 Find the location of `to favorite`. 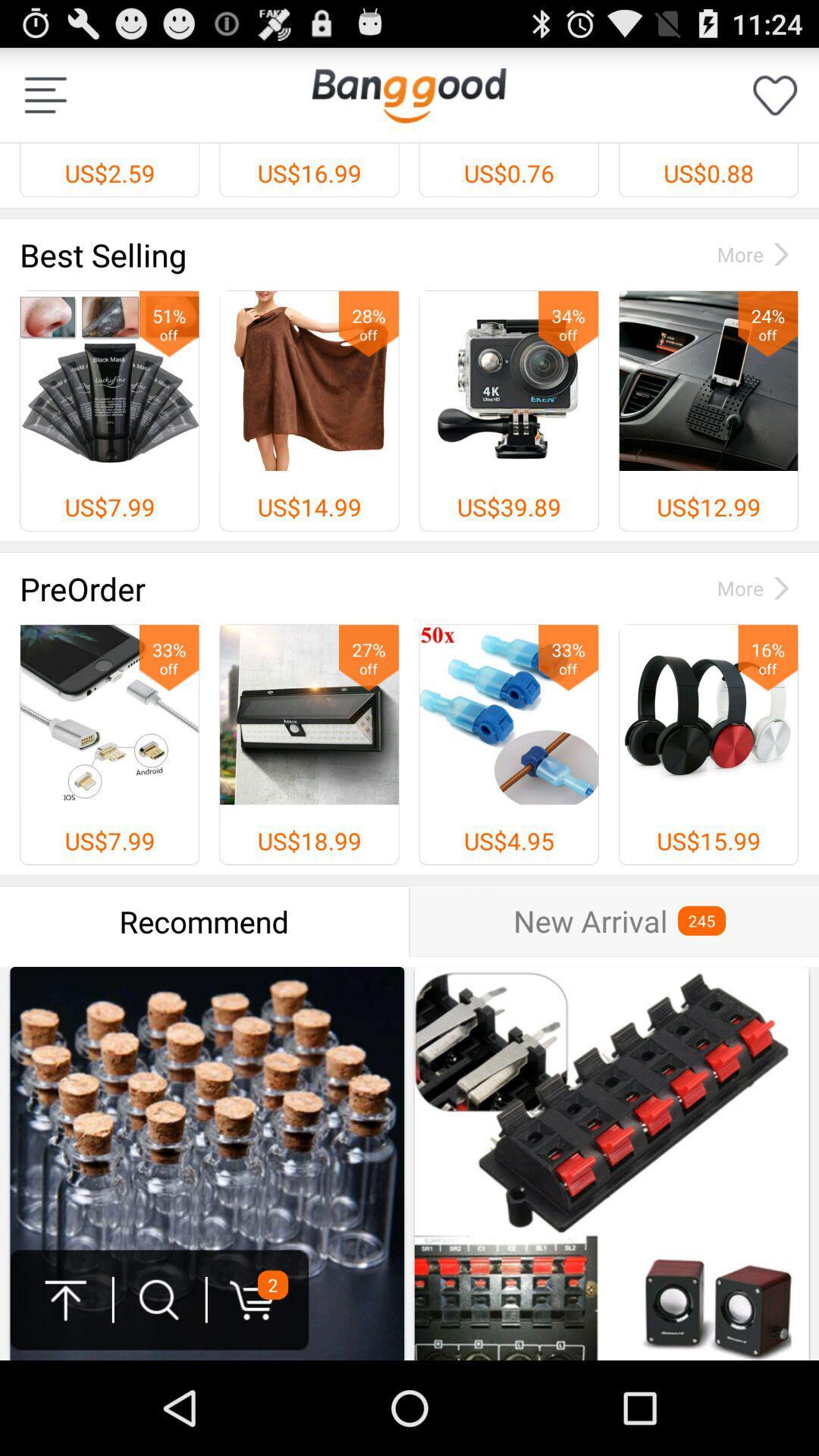

to favorite is located at coordinates (775, 94).